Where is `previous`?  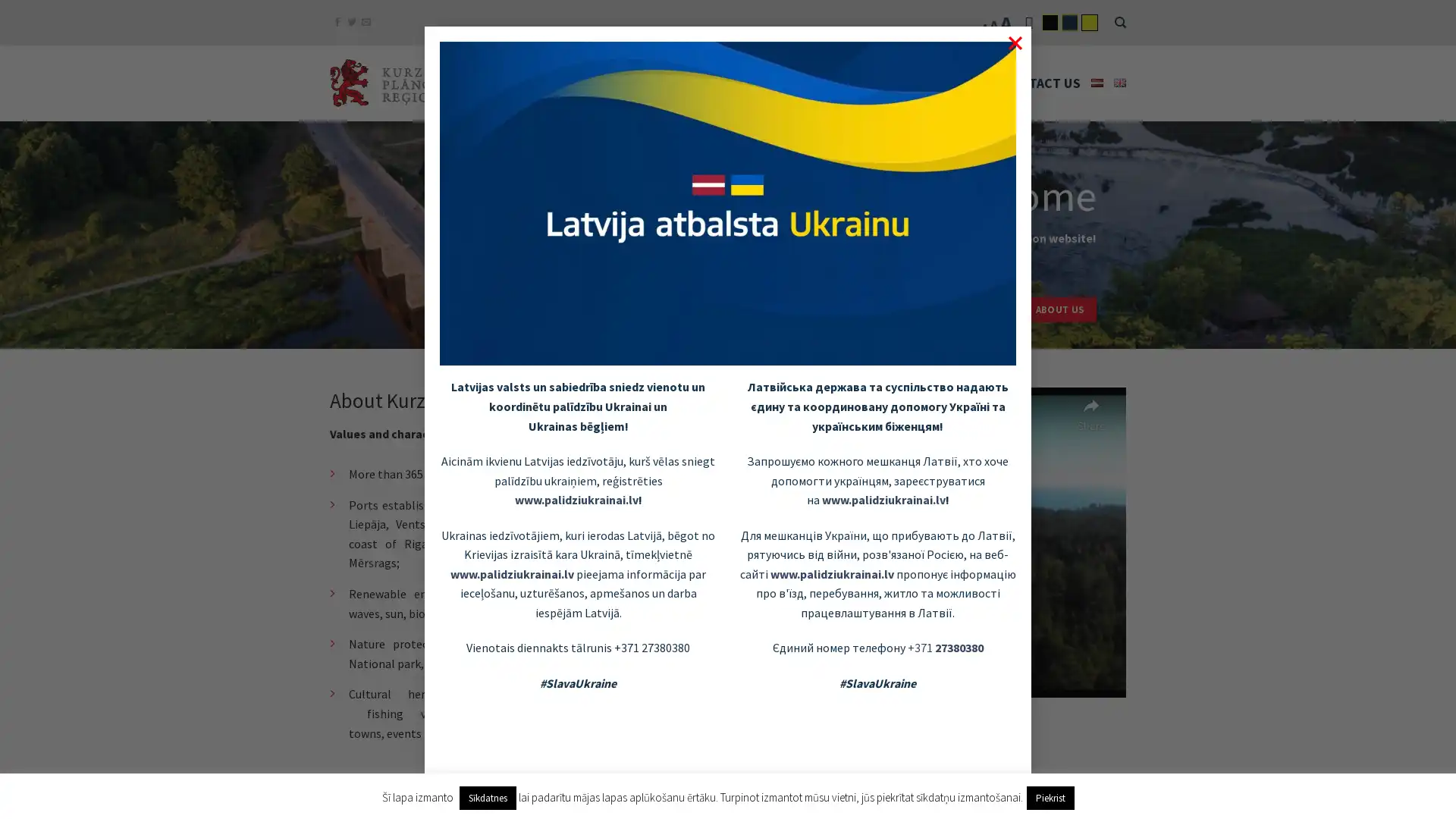
previous is located at coordinates (47, 234).